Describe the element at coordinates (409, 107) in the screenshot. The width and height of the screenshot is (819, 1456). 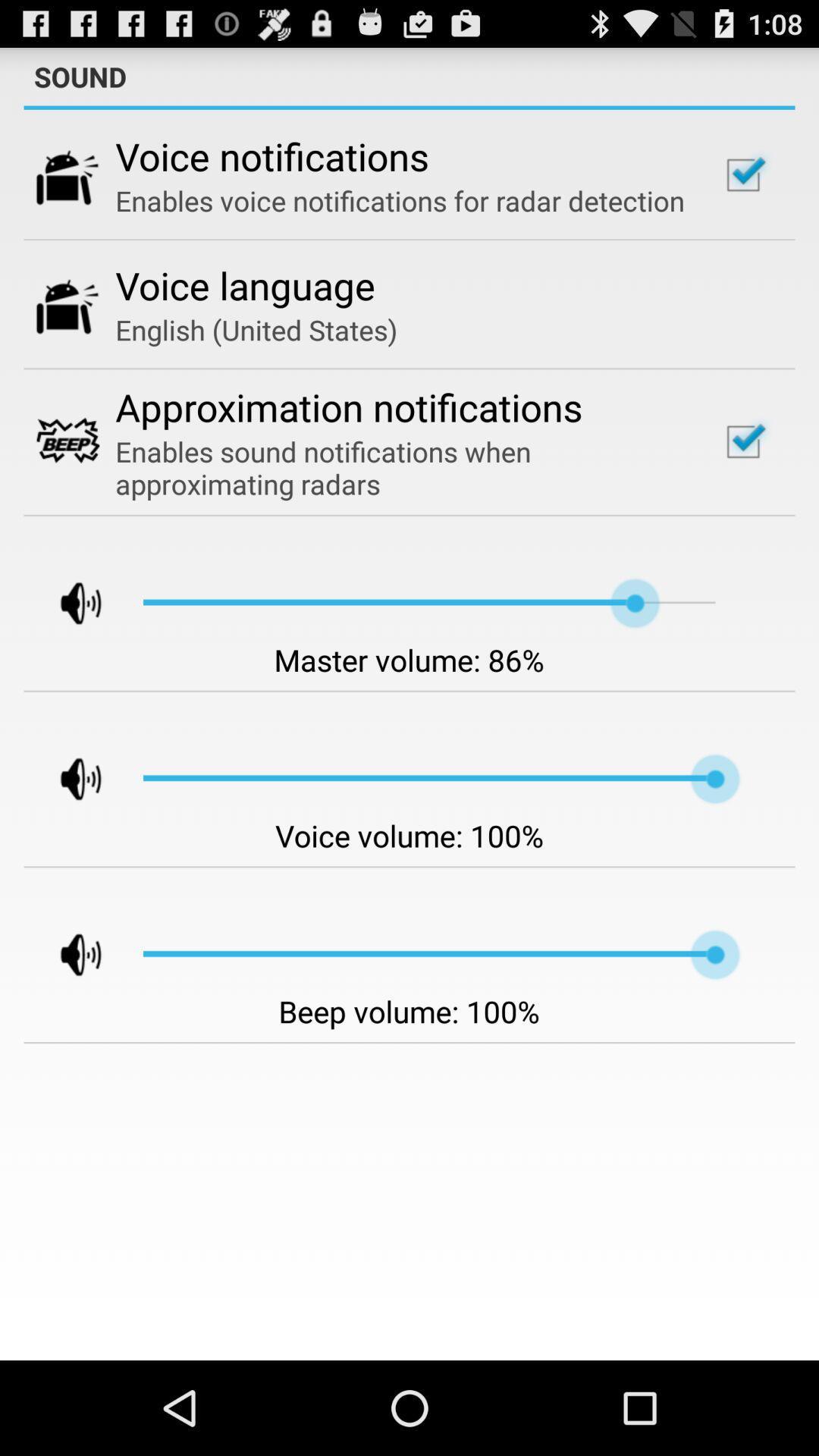
I see `app above the voice notifications app` at that location.